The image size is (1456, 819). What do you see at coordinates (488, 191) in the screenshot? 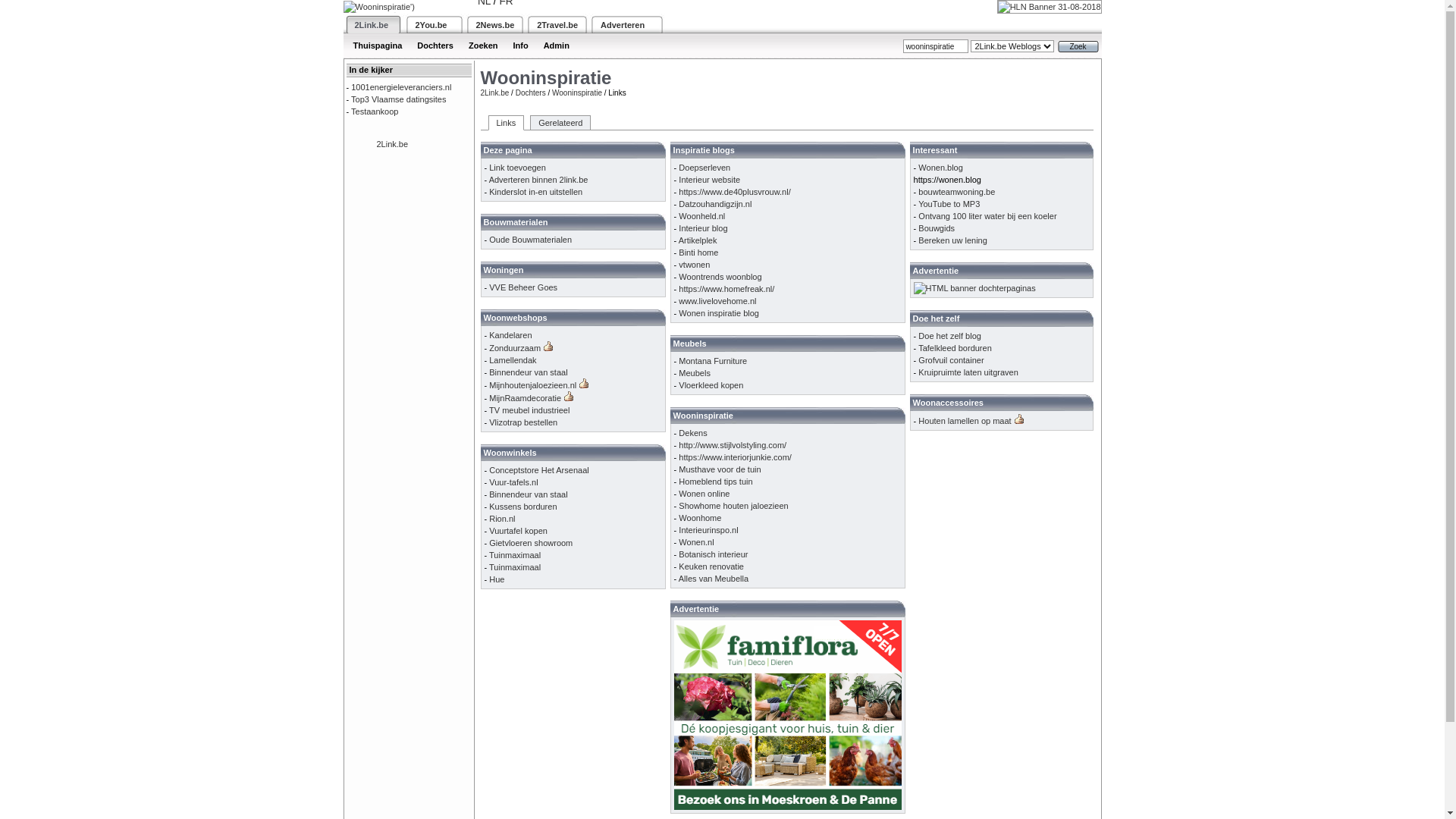
I see `'Kinderslot in-en uitstellen'` at bounding box center [488, 191].